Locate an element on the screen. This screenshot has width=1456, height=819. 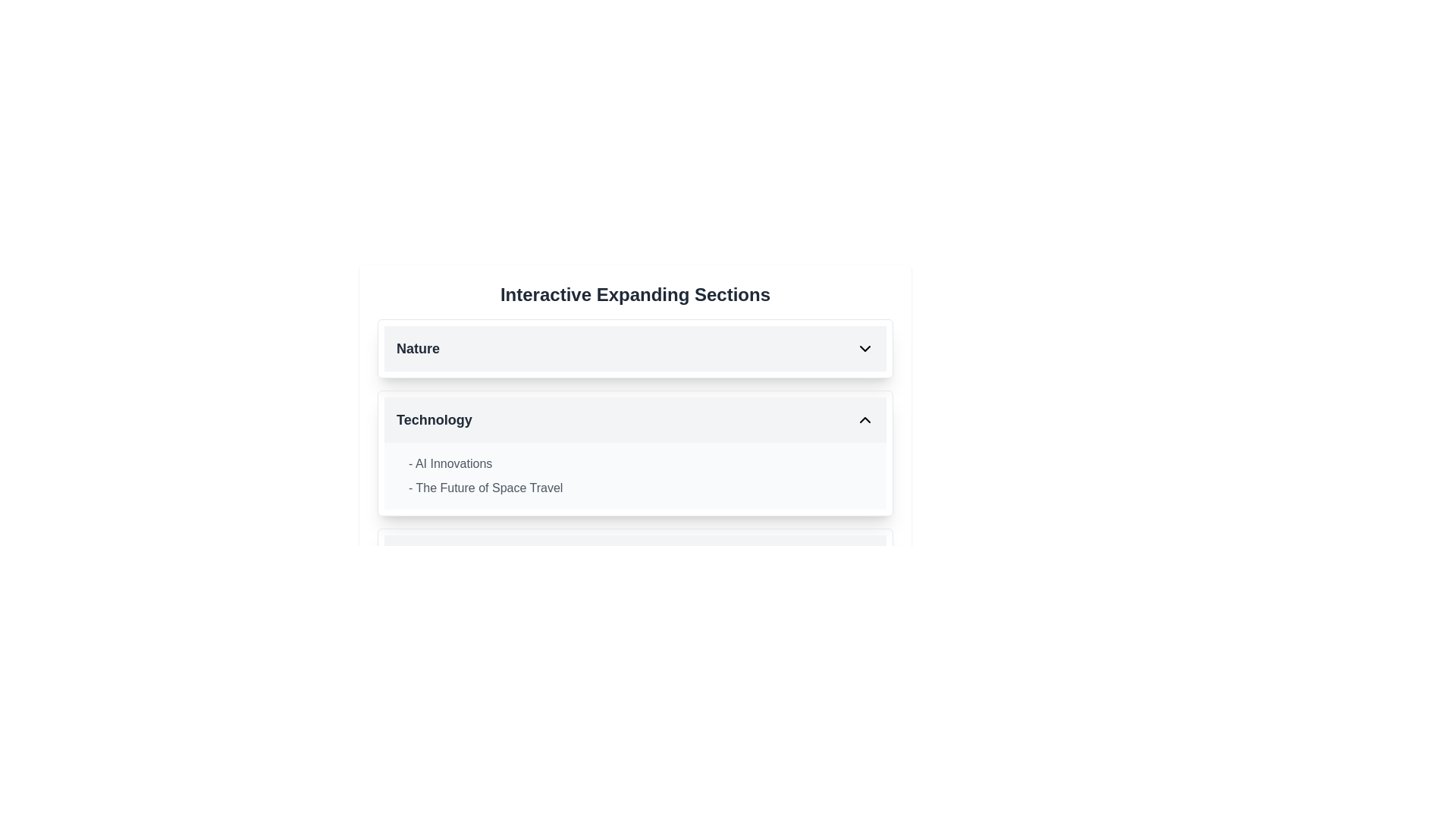
the visual state change of the downward-pointing chevron arrow icon located in the top section of the collapsible interface labeled 'Nature', aligned with the text 'Nature' is located at coordinates (865, 348).